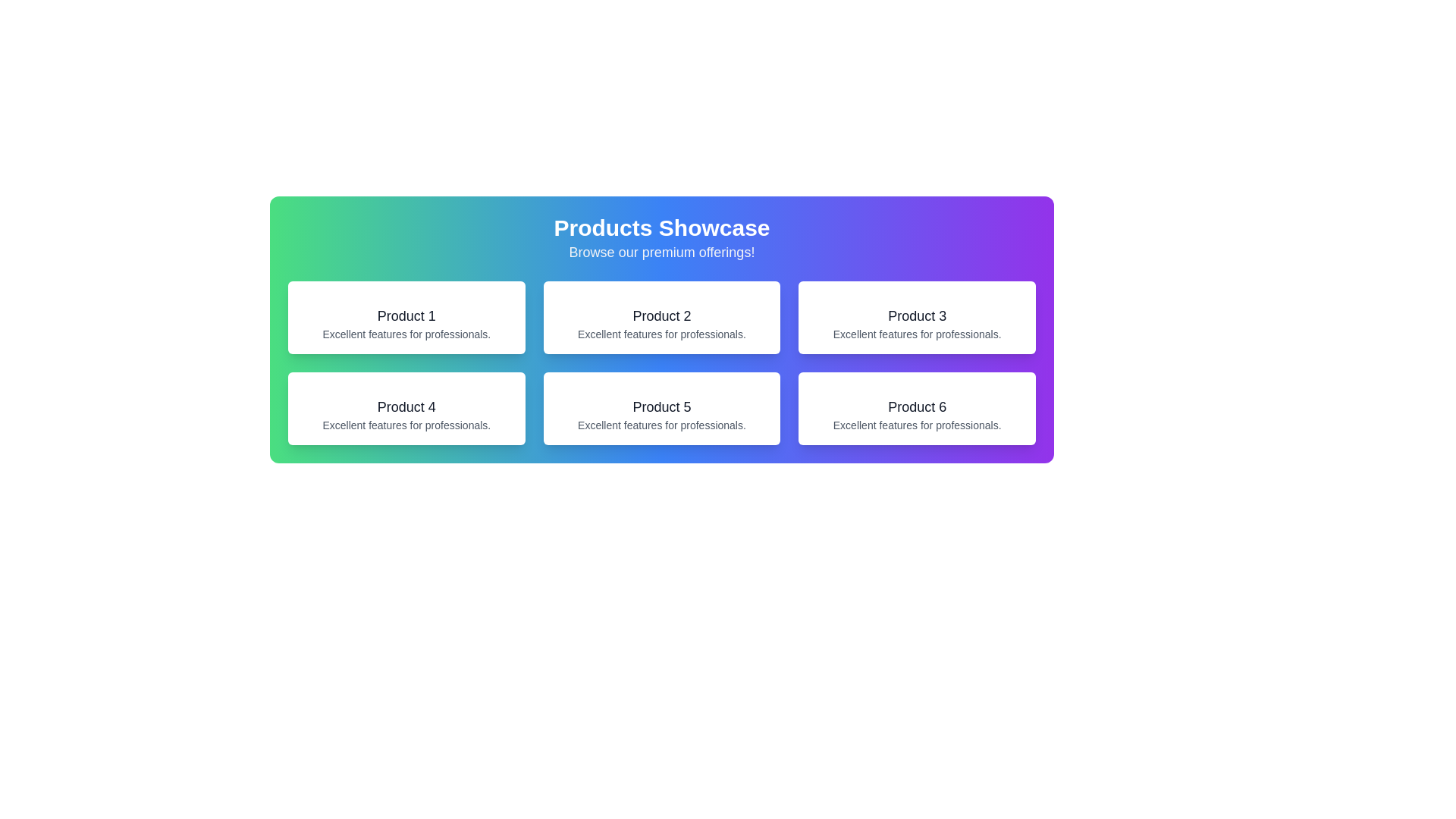 This screenshot has width=1456, height=819. What do you see at coordinates (406, 425) in the screenshot?
I see `descriptive text element containing the phrase 'Excellent features for professionals.' located below the title 'Product 4' in the card component of the second row, first column` at bounding box center [406, 425].